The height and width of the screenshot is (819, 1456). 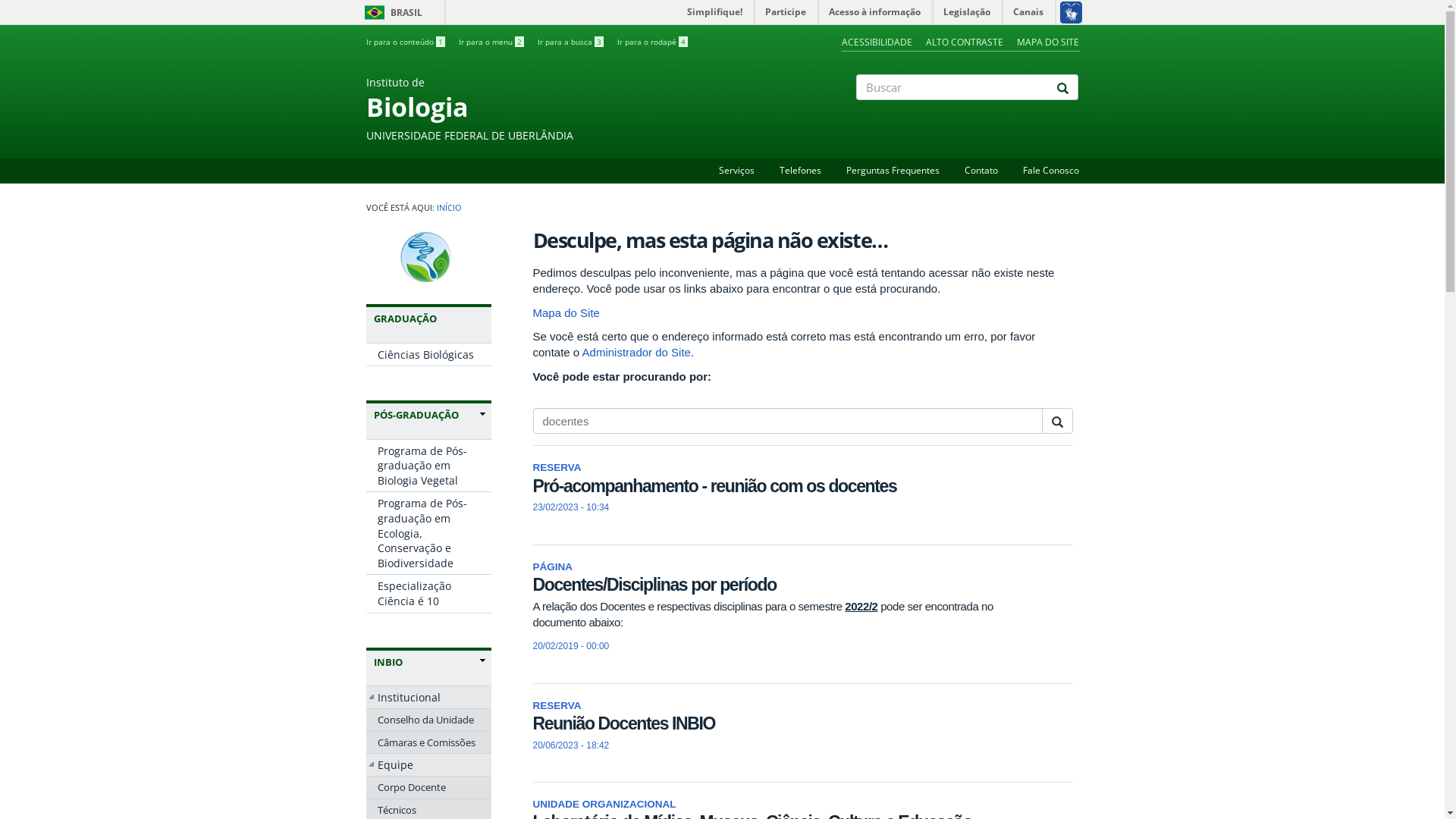 What do you see at coordinates (779, 170) in the screenshot?
I see `'Telefones'` at bounding box center [779, 170].